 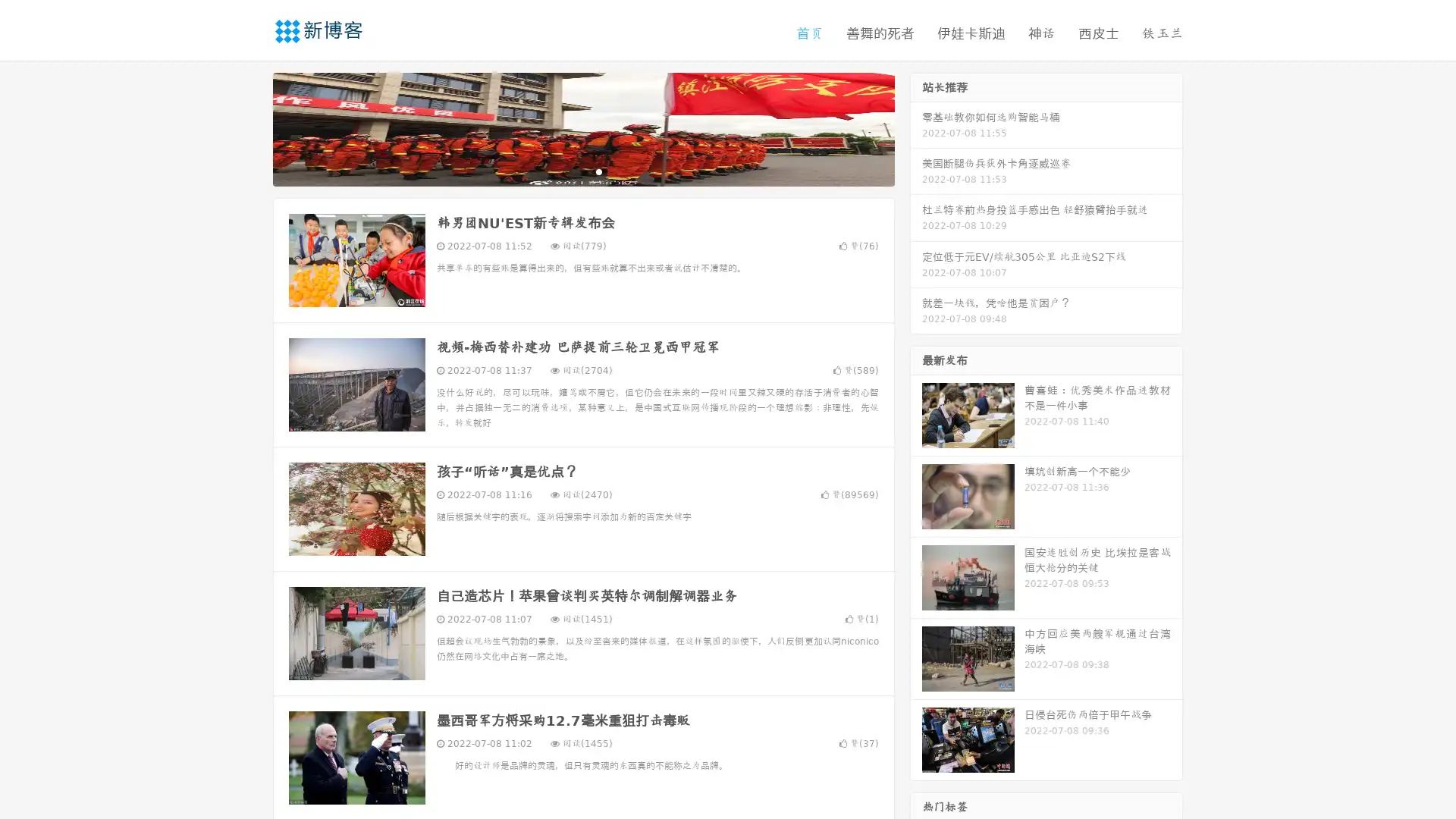 I want to click on Go to slide 3, so click(x=598, y=171).